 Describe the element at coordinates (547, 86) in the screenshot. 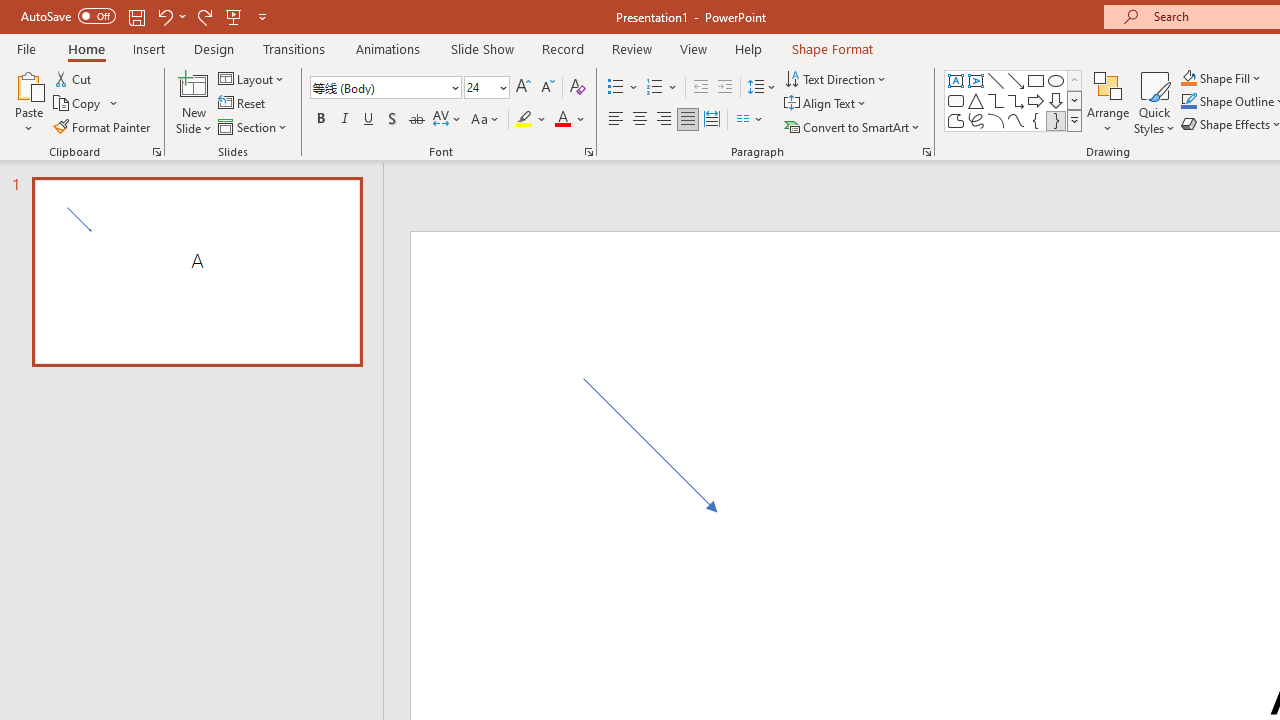

I see `'Decrease Font Size'` at that location.